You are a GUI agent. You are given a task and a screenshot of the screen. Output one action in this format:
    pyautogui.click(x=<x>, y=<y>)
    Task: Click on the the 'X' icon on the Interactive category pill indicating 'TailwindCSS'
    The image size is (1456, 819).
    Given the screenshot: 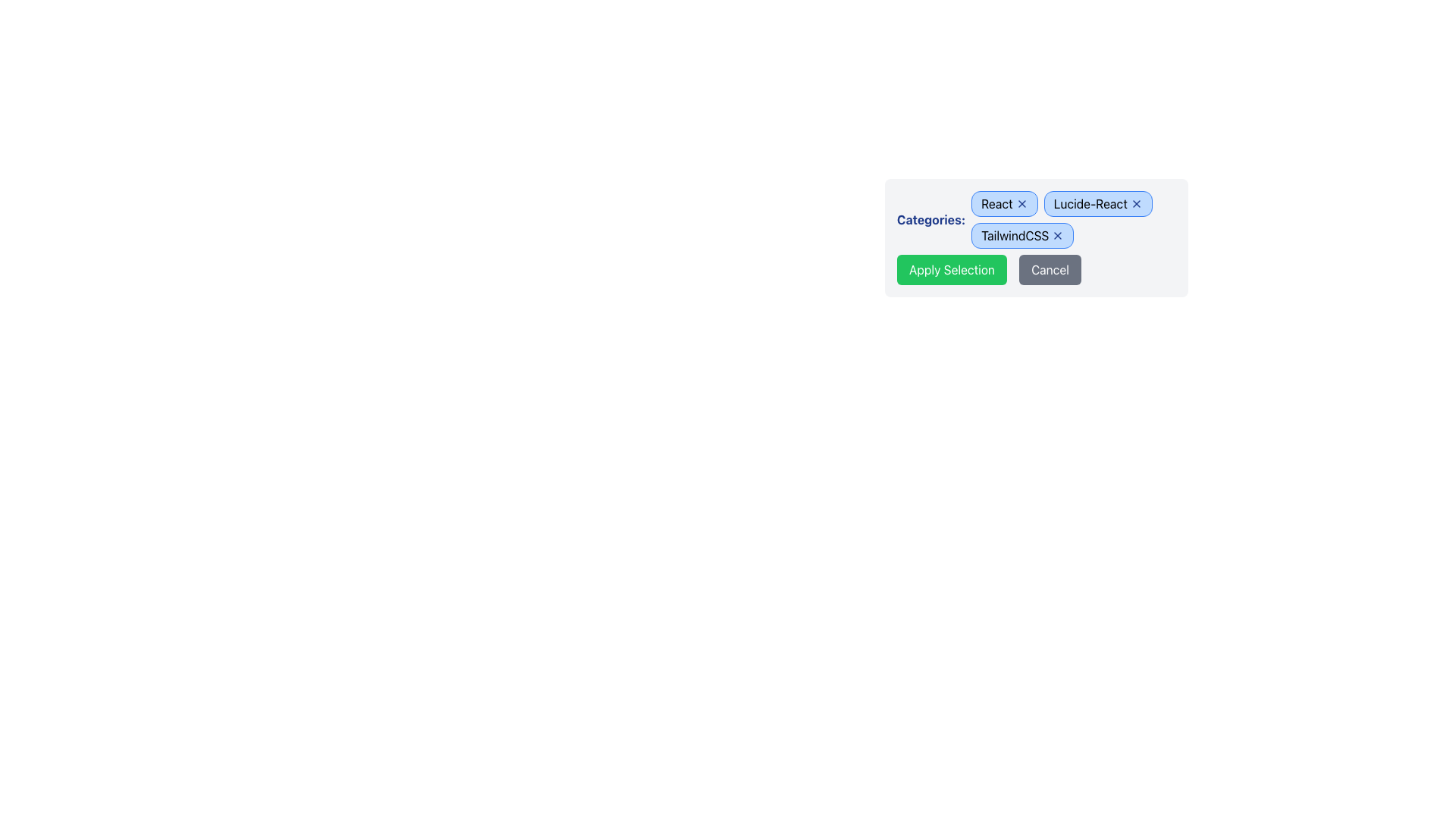 What is the action you would take?
    pyautogui.click(x=1022, y=236)
    